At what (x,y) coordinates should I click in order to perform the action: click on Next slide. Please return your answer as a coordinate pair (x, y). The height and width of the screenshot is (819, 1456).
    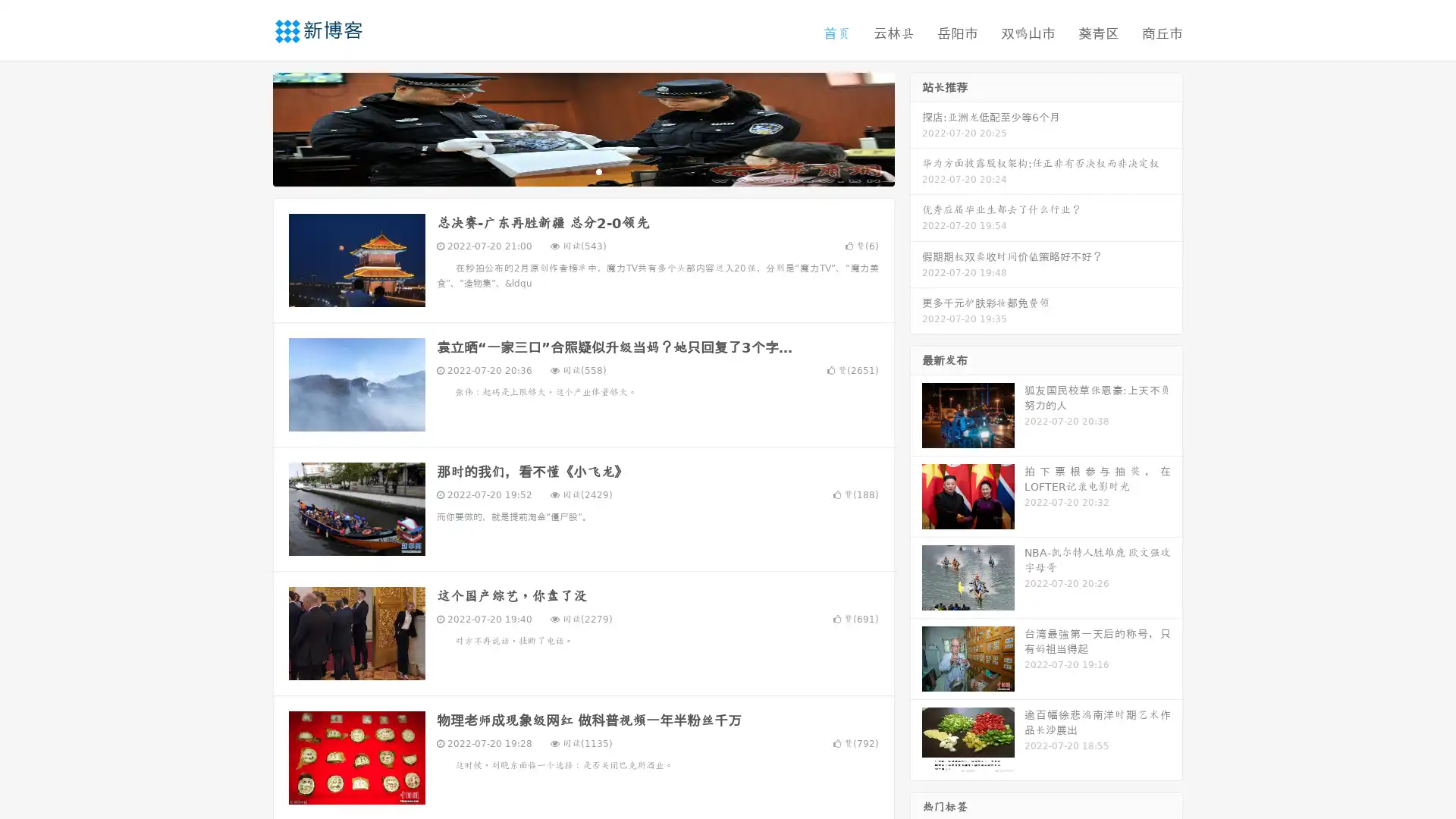
    Looking at the image, I should click on (916, 127).